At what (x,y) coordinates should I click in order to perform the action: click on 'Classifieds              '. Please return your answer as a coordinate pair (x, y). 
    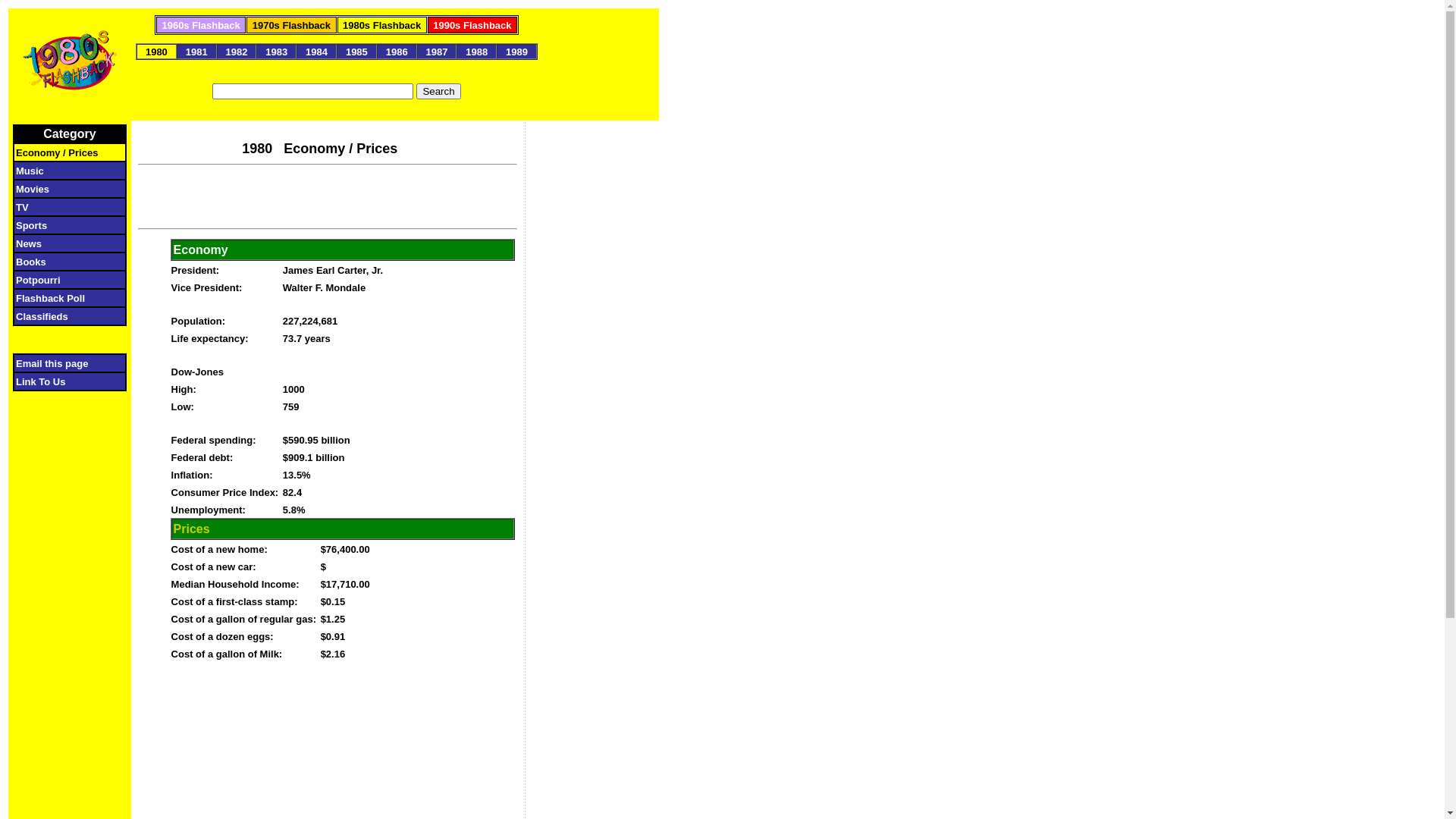
    Looking at the image, I should click on (61, 315).